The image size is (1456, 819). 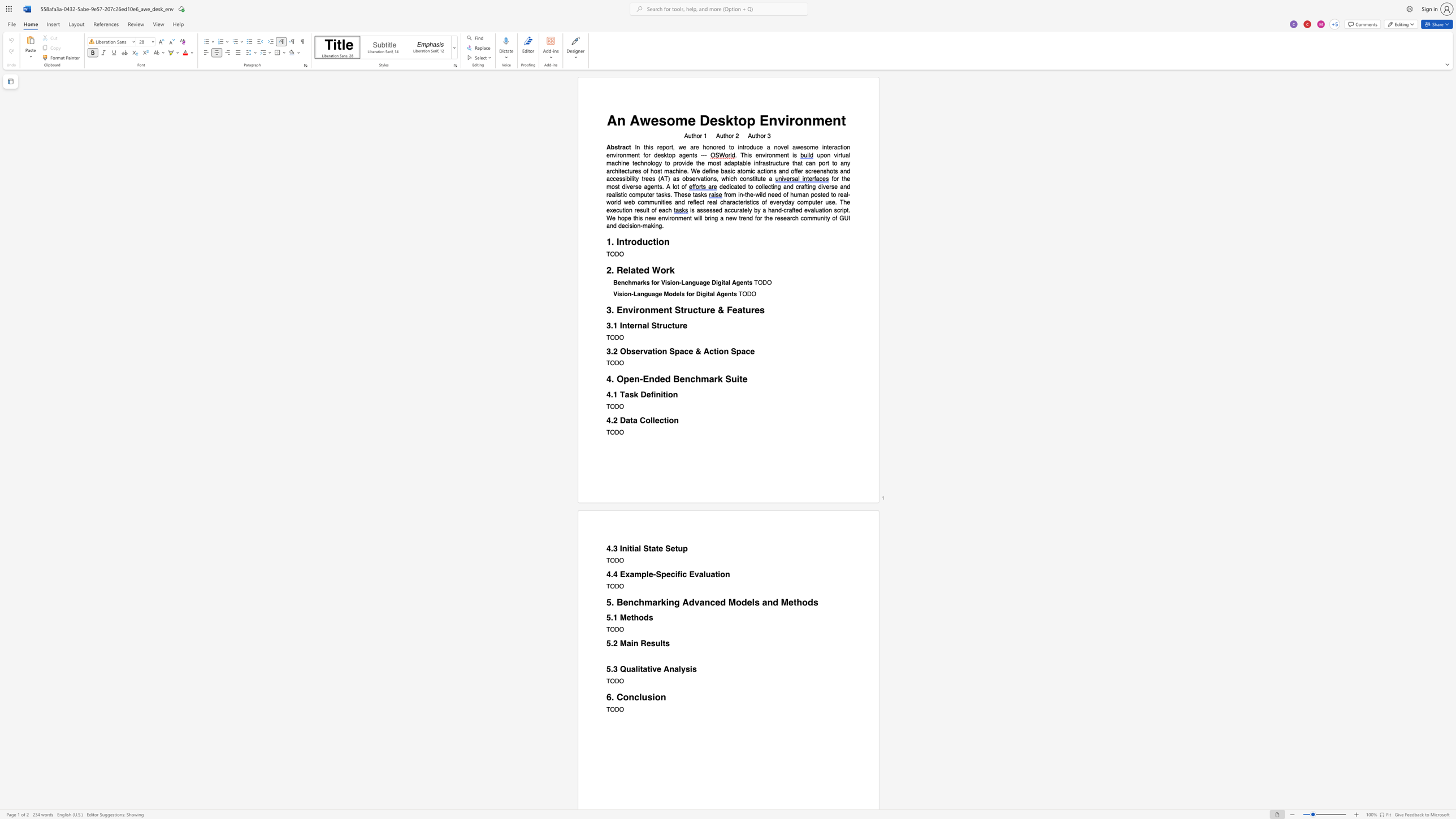 What do you see at coordinates (755, 179) in the screenshot?
I see `the subset text "tu" within the text "constitute"` at bounding box center [755, 179].